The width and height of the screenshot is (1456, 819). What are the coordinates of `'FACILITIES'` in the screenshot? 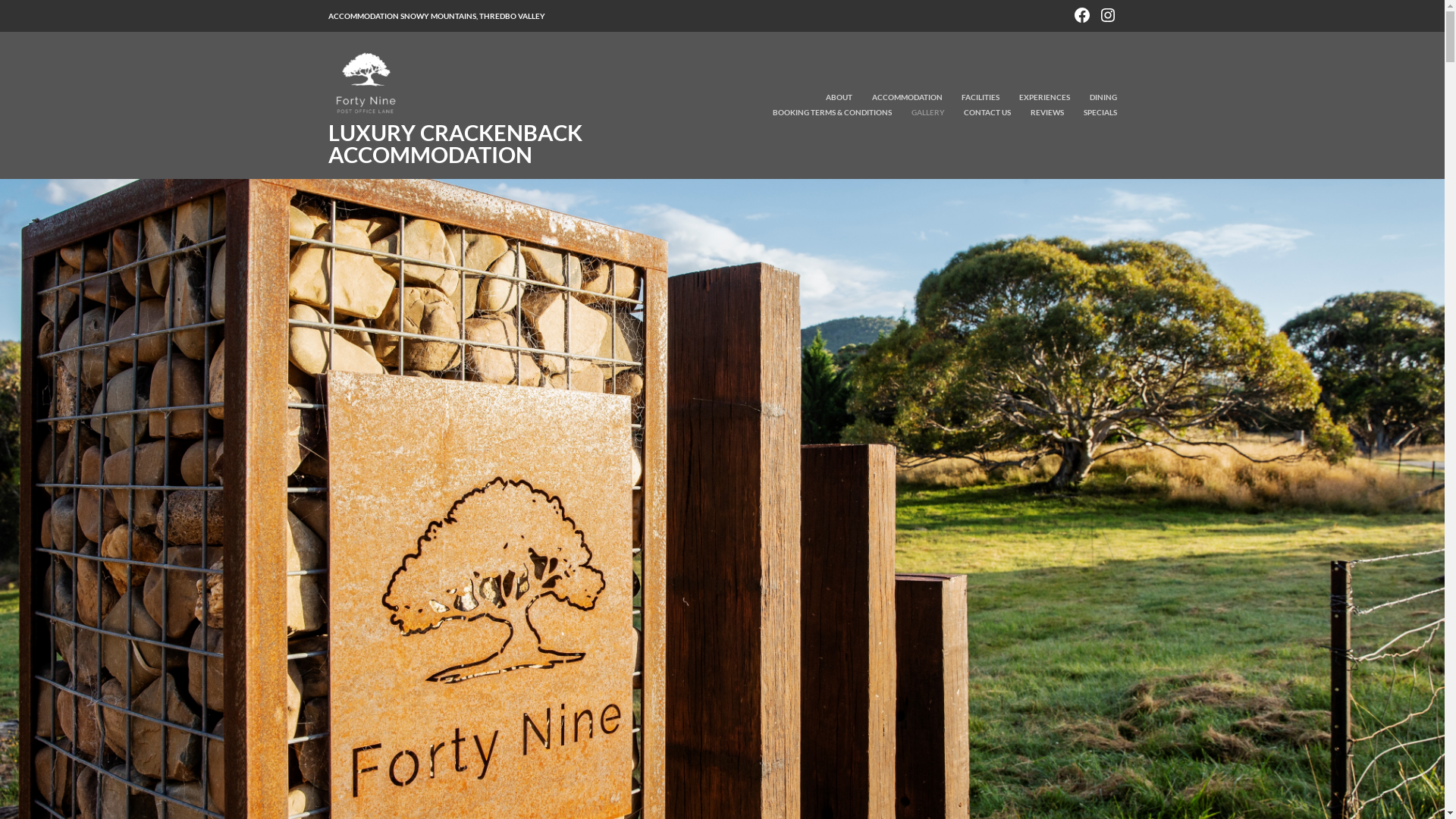 It's located at (971, 97).